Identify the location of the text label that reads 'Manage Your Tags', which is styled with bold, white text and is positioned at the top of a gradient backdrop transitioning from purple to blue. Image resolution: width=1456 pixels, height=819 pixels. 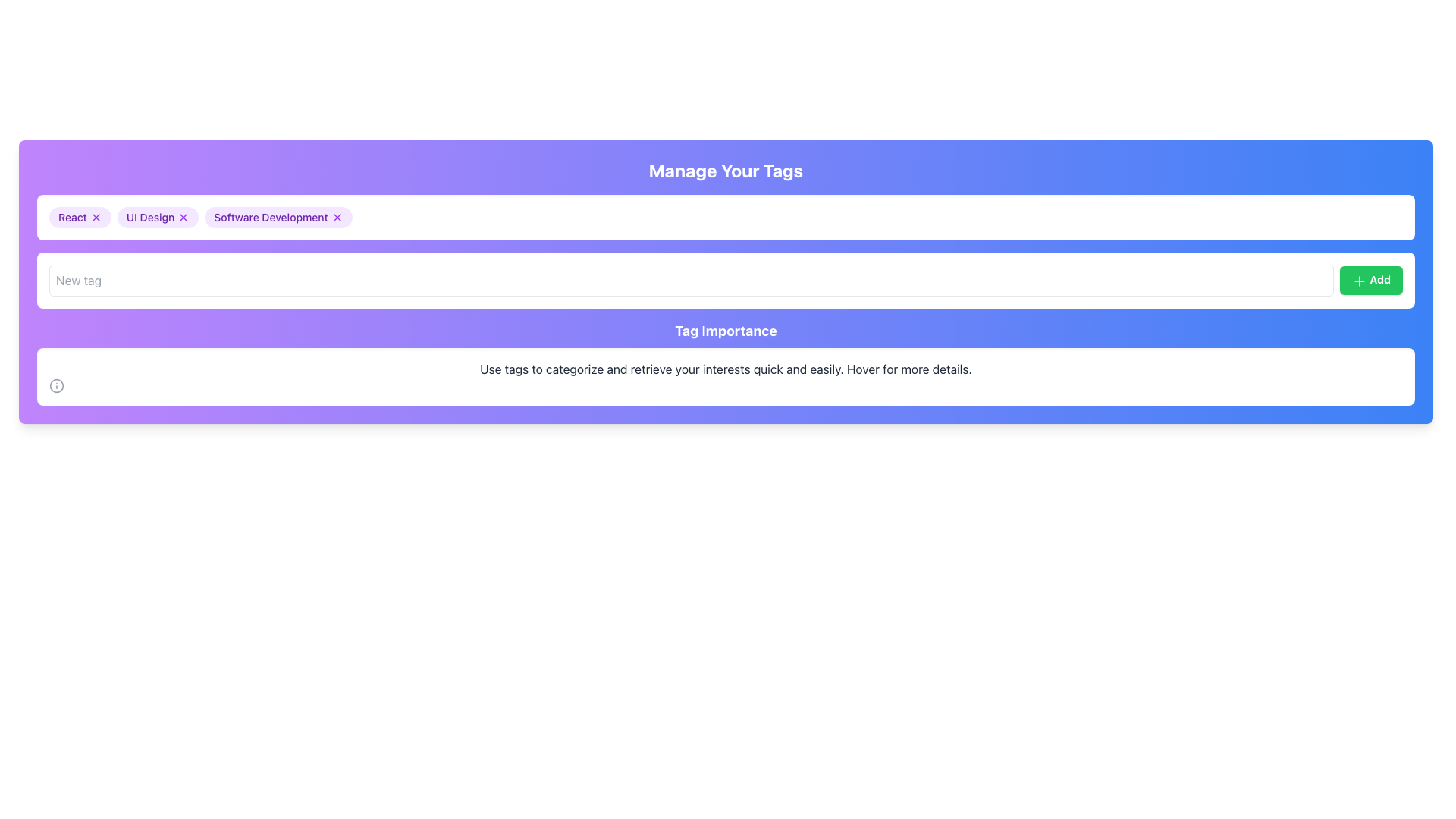
(725, 170).